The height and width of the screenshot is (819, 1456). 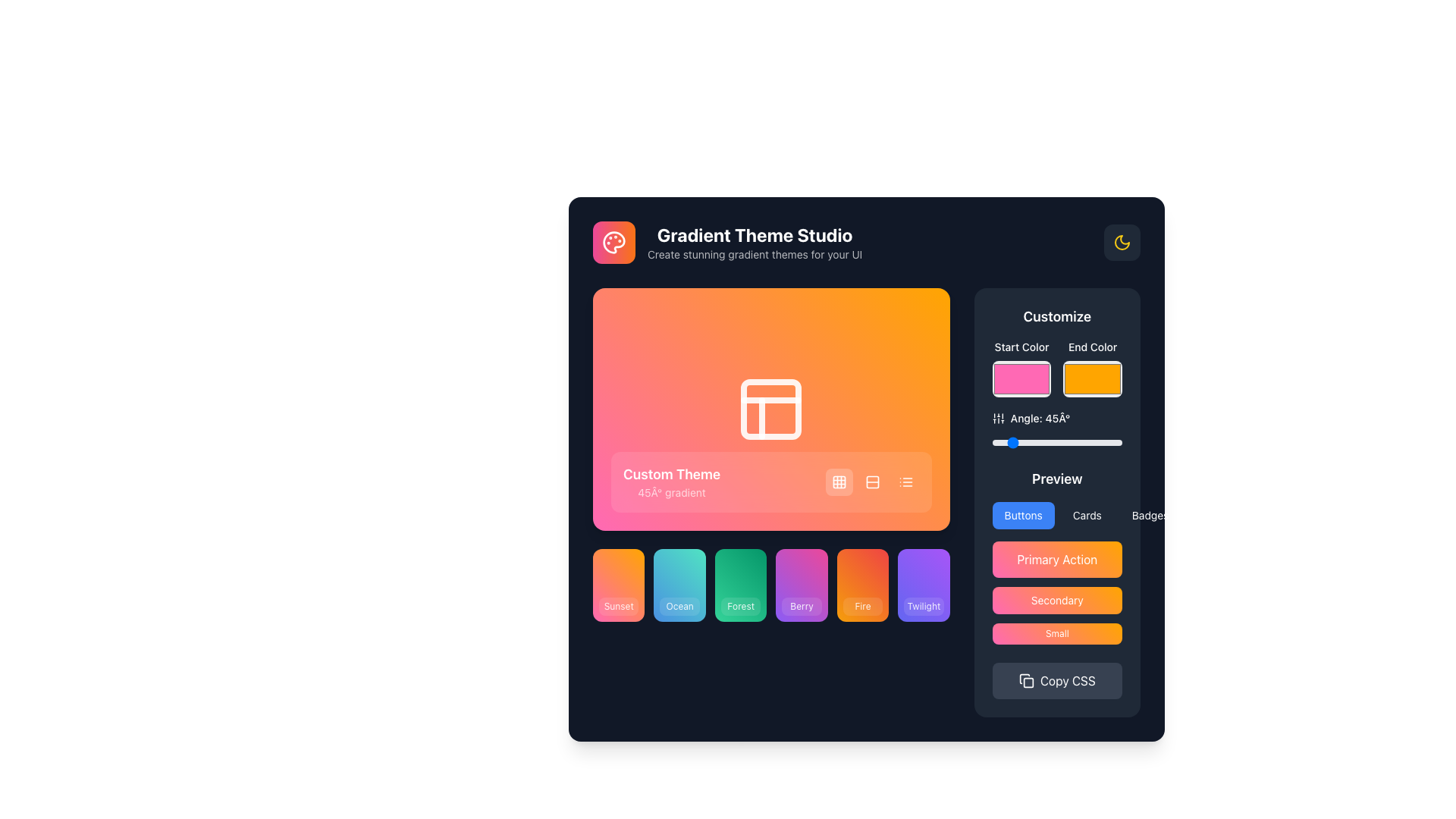 I want to click on the paint palette icon located in the upper-left corner of the application interface, so click(x=614, y=242).